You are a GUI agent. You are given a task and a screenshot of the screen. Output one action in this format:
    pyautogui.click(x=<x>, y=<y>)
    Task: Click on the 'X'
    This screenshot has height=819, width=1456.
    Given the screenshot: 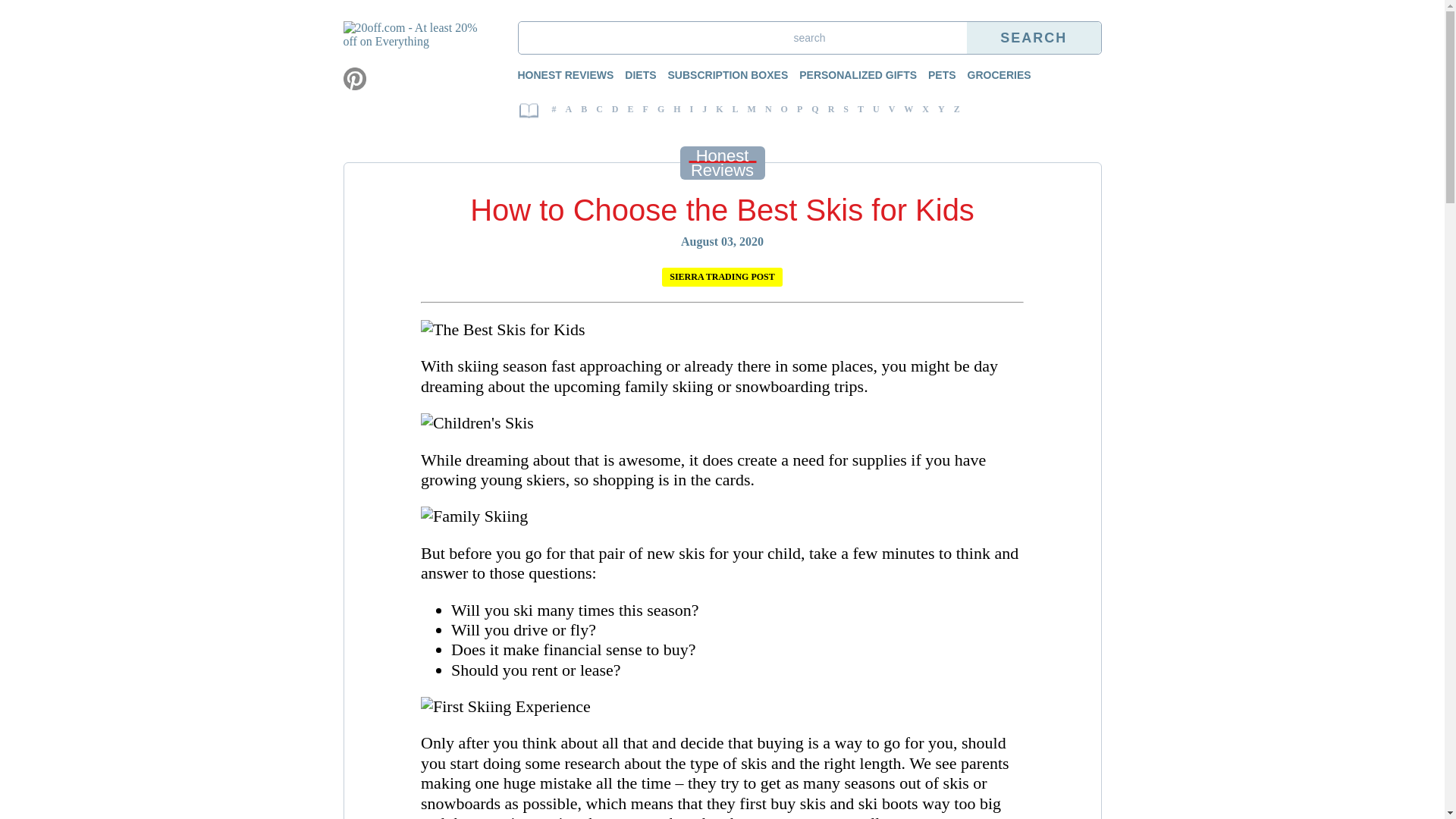 What is the action you would take?
    pyautogui.click(x=924, y=108)
    